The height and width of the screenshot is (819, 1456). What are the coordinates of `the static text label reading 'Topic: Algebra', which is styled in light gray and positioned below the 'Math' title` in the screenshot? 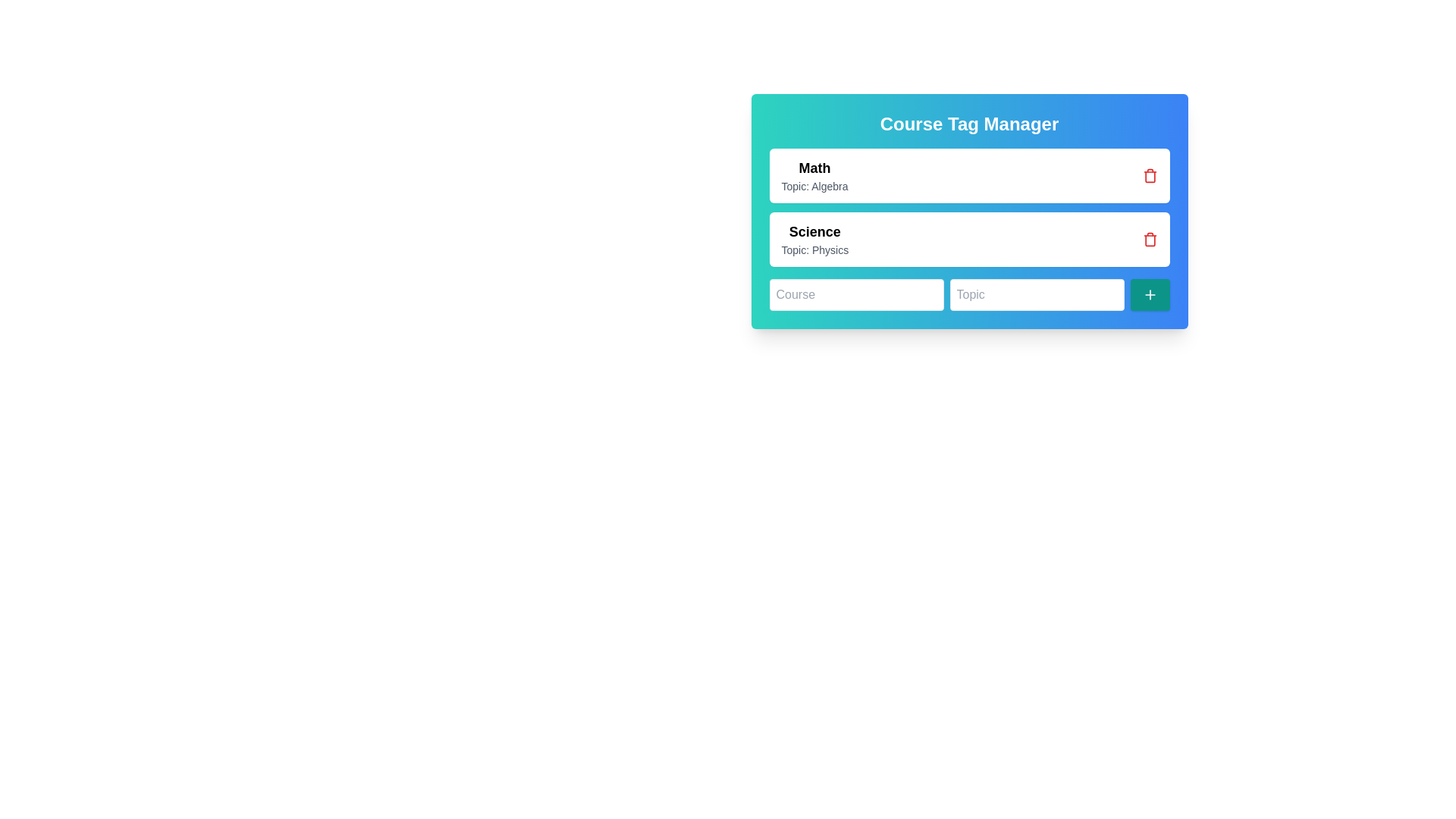 It's located at (814, 186).